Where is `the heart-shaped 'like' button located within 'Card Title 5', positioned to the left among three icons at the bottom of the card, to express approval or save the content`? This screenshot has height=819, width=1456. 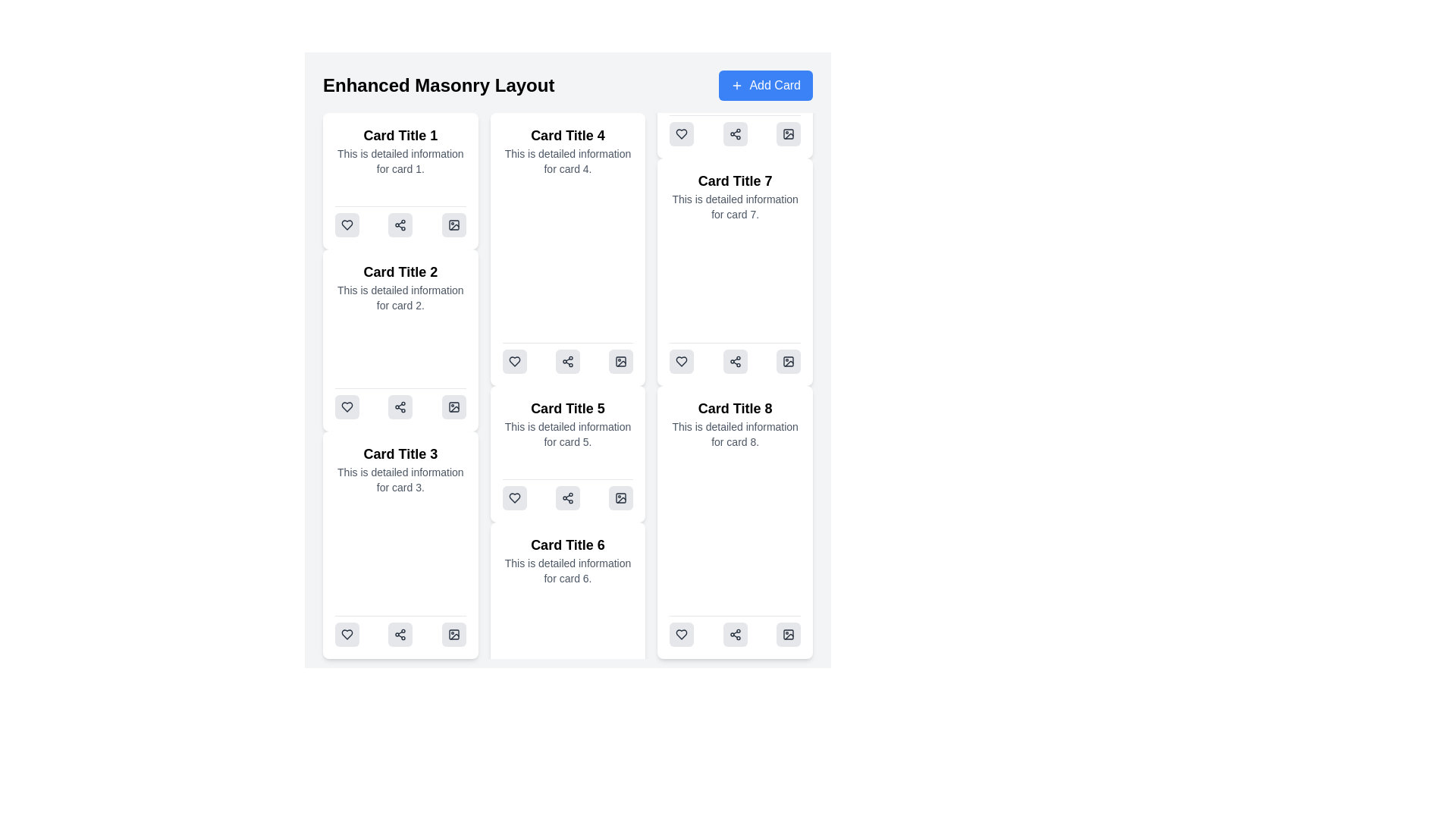
the heart-shaped 'like' button located within 'Card Title 5', positioned to the left among three icons at the bottom of the card, to express approval or save the content is located at coordinates (681, 362).